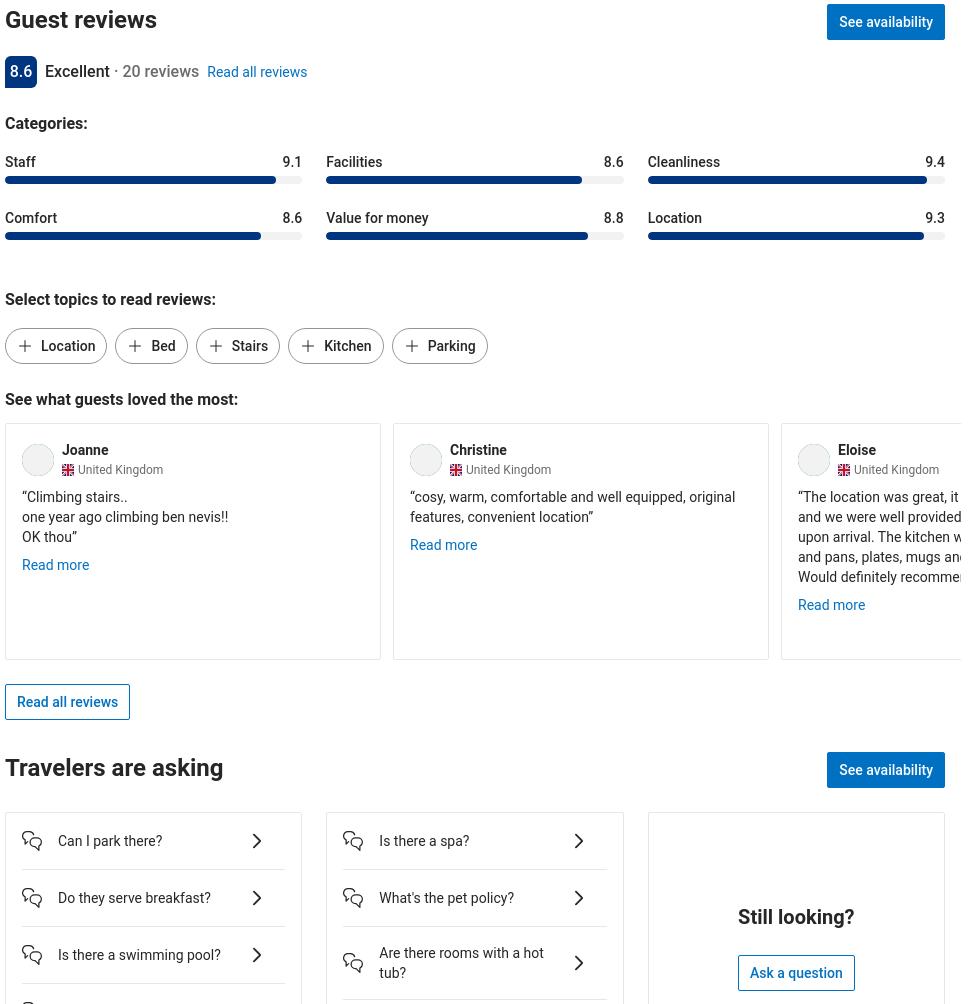 Image resolution: width=969 pixels, height=1004 pixels. What do you see at coordinates (248, 345) in the screenshot?
I see `'Stairs'` at bounding box center [248, 345].